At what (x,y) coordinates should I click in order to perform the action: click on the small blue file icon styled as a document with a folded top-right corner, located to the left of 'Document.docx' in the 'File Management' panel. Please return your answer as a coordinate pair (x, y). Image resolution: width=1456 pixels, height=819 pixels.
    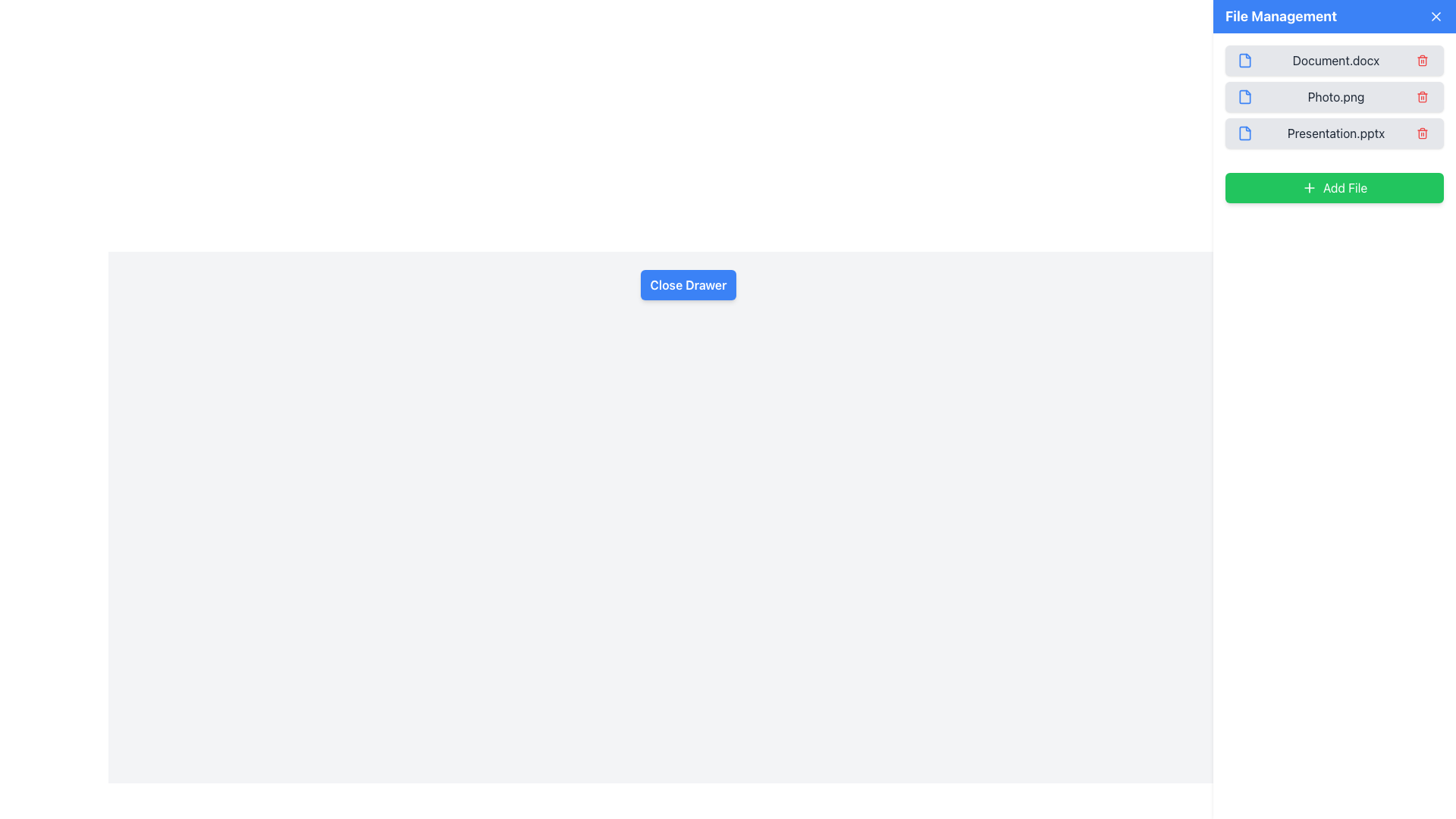
    Looking at the image, I should click on (1244, 60).